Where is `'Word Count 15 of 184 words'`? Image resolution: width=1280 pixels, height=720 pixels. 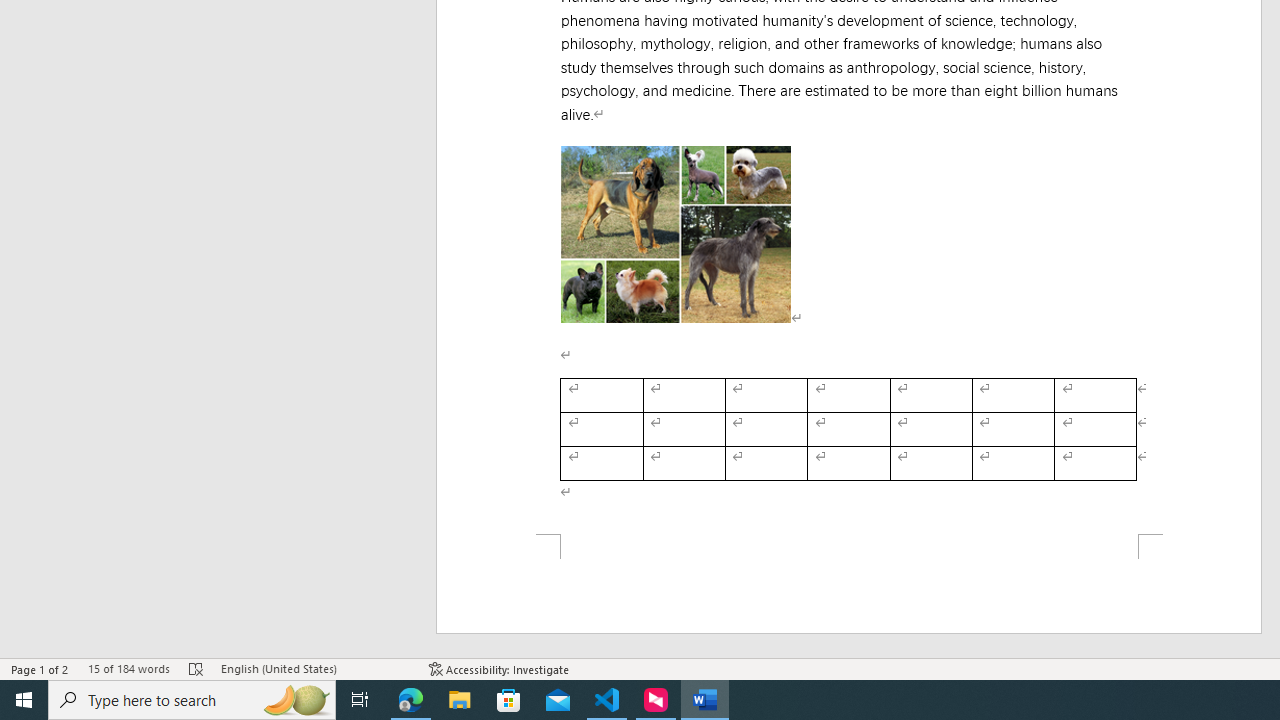
'Word Count 15 of 184 words' is located at coordinates (127, 669).